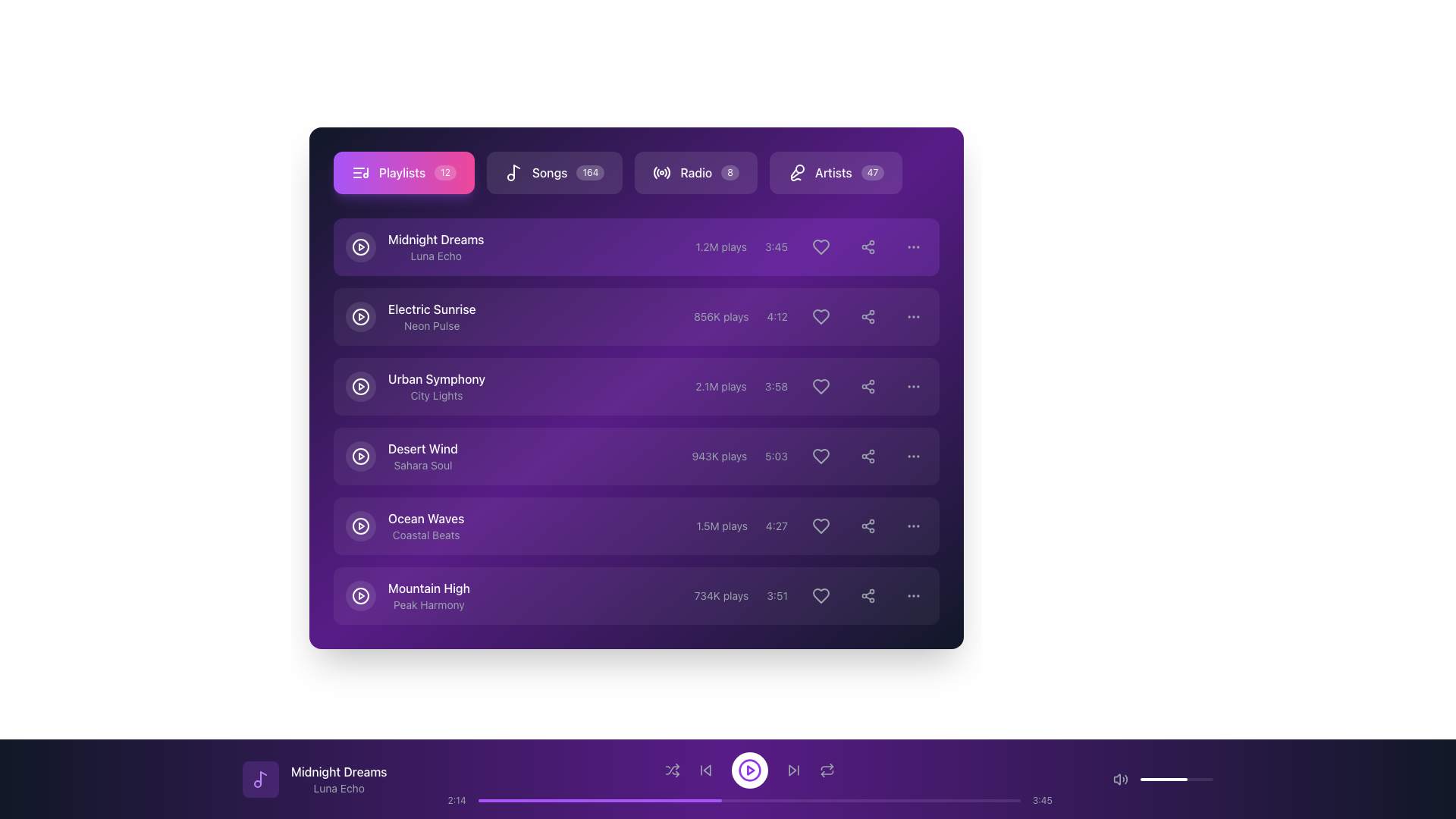 Image resolution: width=1456 pixels, height=819 pixels. Describe the element at coordinates (359, 595) in the screenshot. I see `the circular play button icon for the 'Mountain High' song in the playlist` at that location.